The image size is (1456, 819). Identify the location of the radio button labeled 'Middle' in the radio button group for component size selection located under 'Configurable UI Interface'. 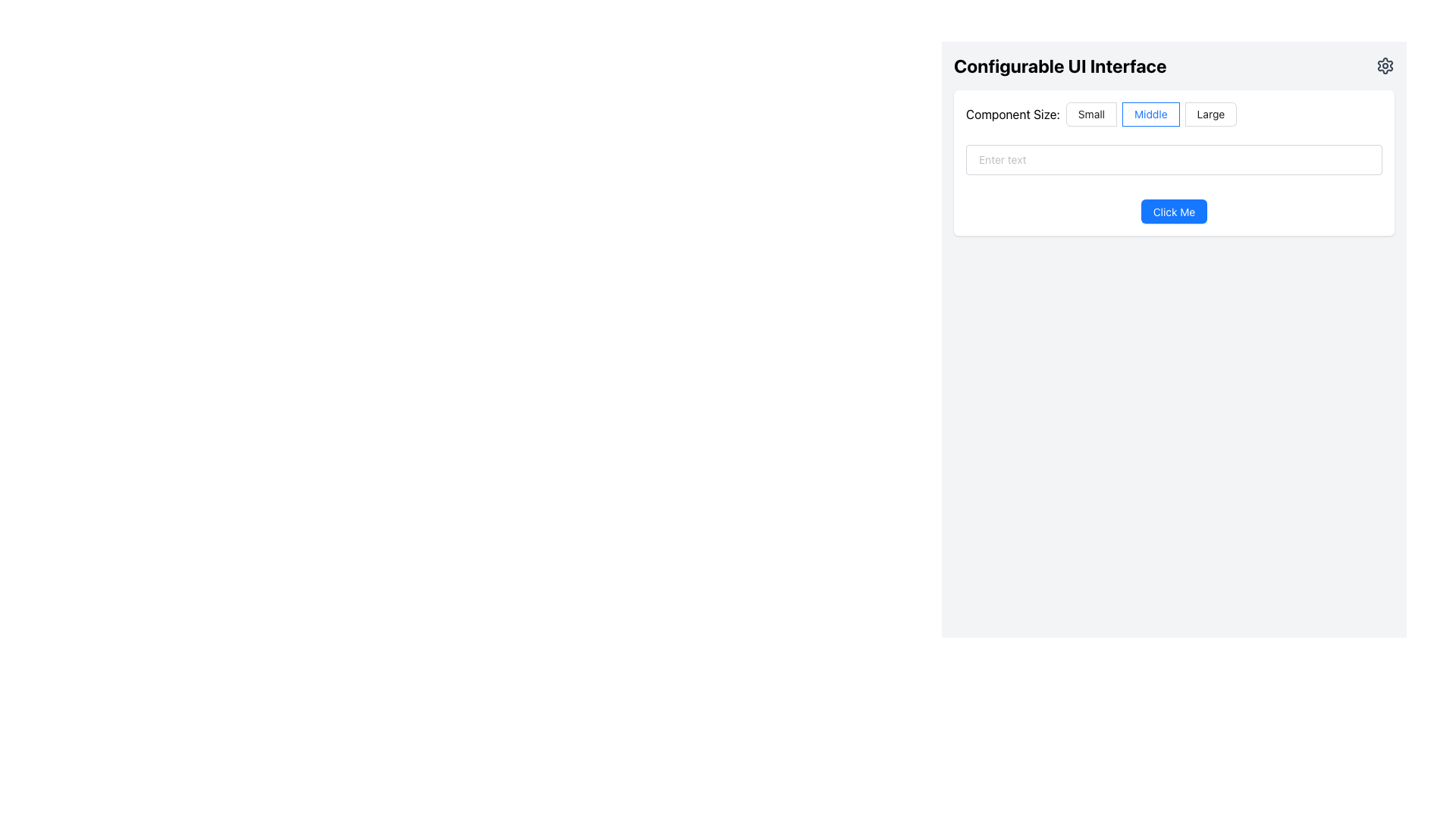
(1173, 113).